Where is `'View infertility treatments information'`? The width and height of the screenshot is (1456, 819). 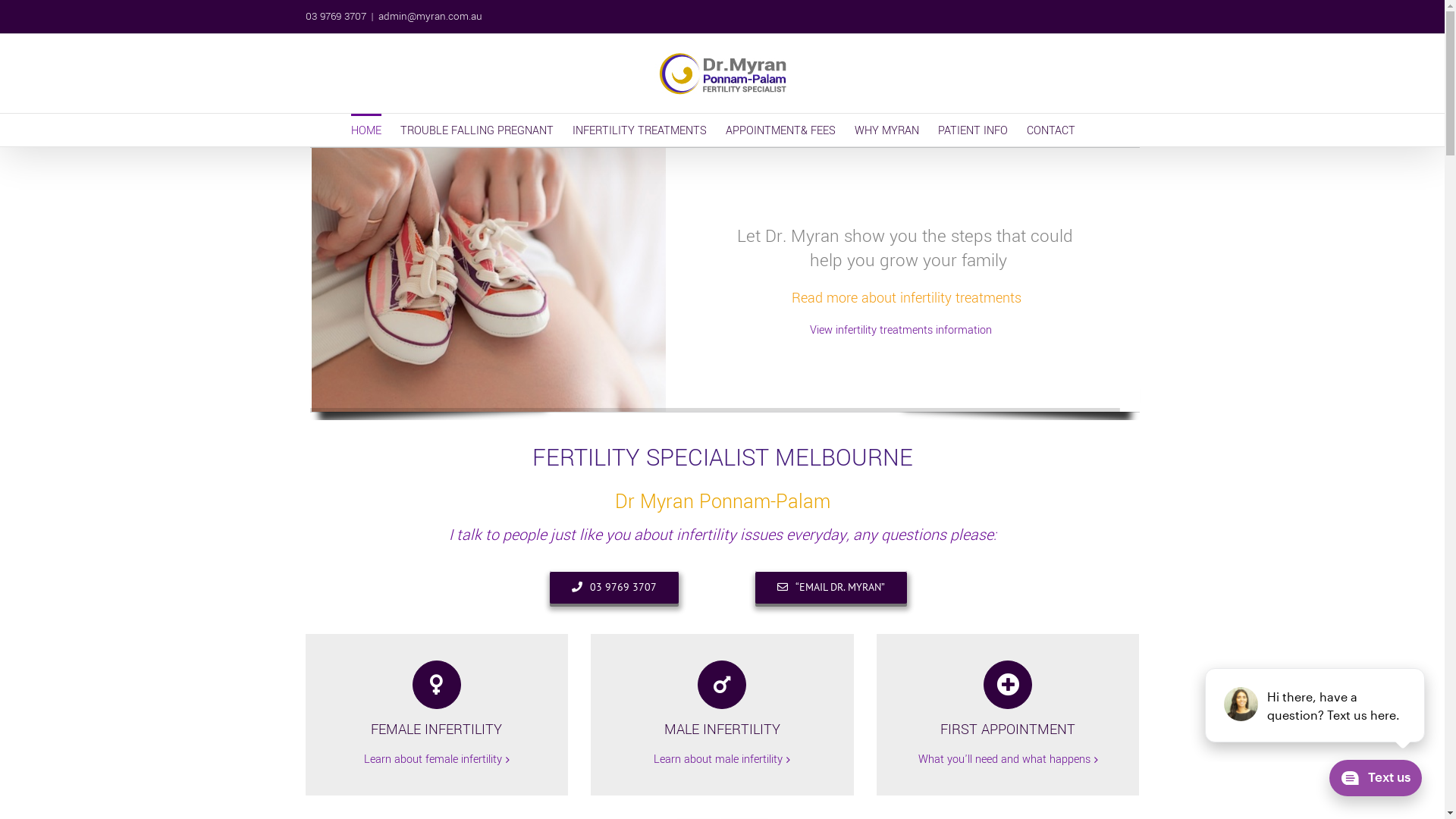 'View infertility treatments information' is located at coordinates (809, 329).